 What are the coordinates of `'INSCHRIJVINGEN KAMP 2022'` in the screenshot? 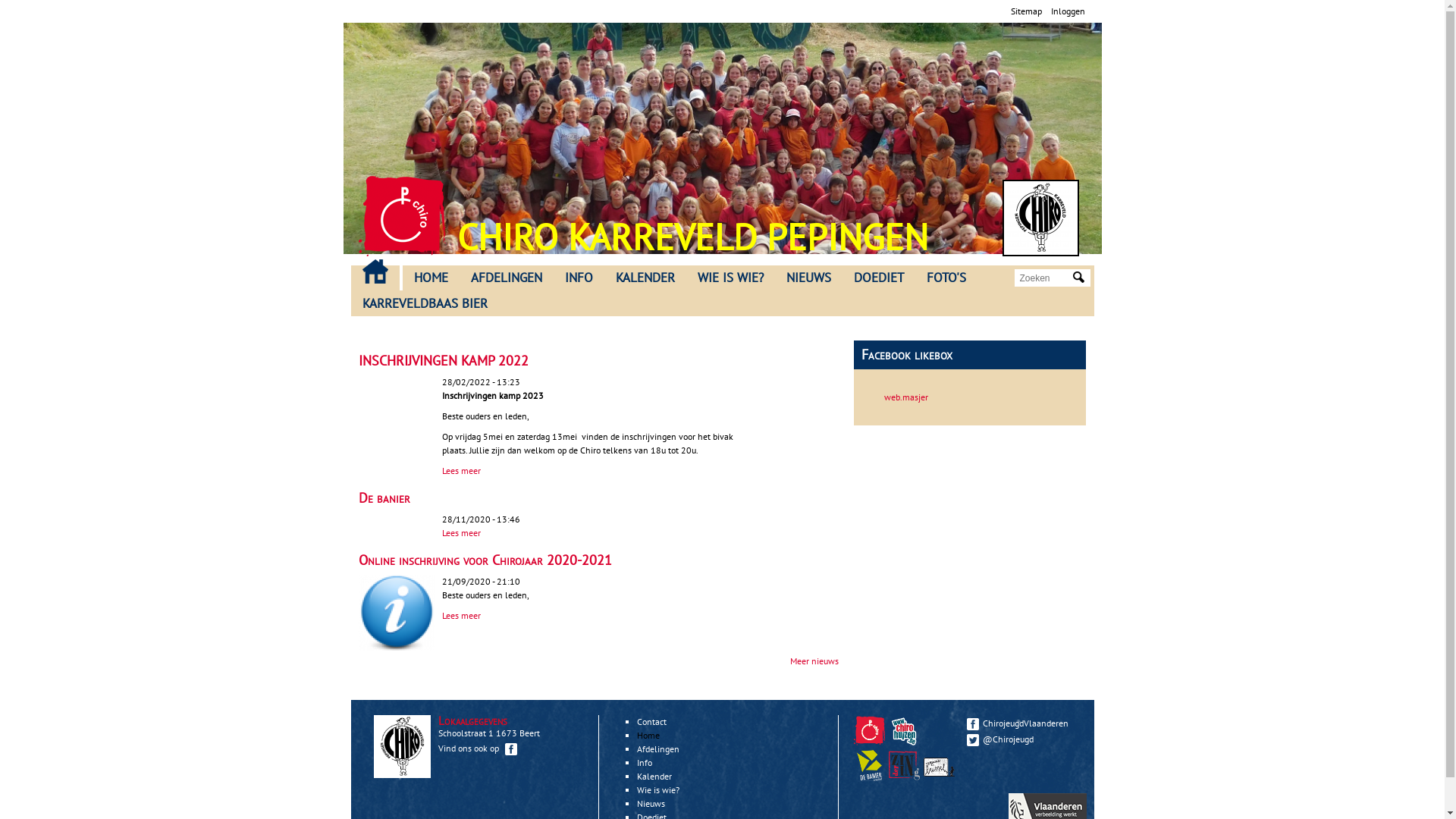 It's located at (442, 360).